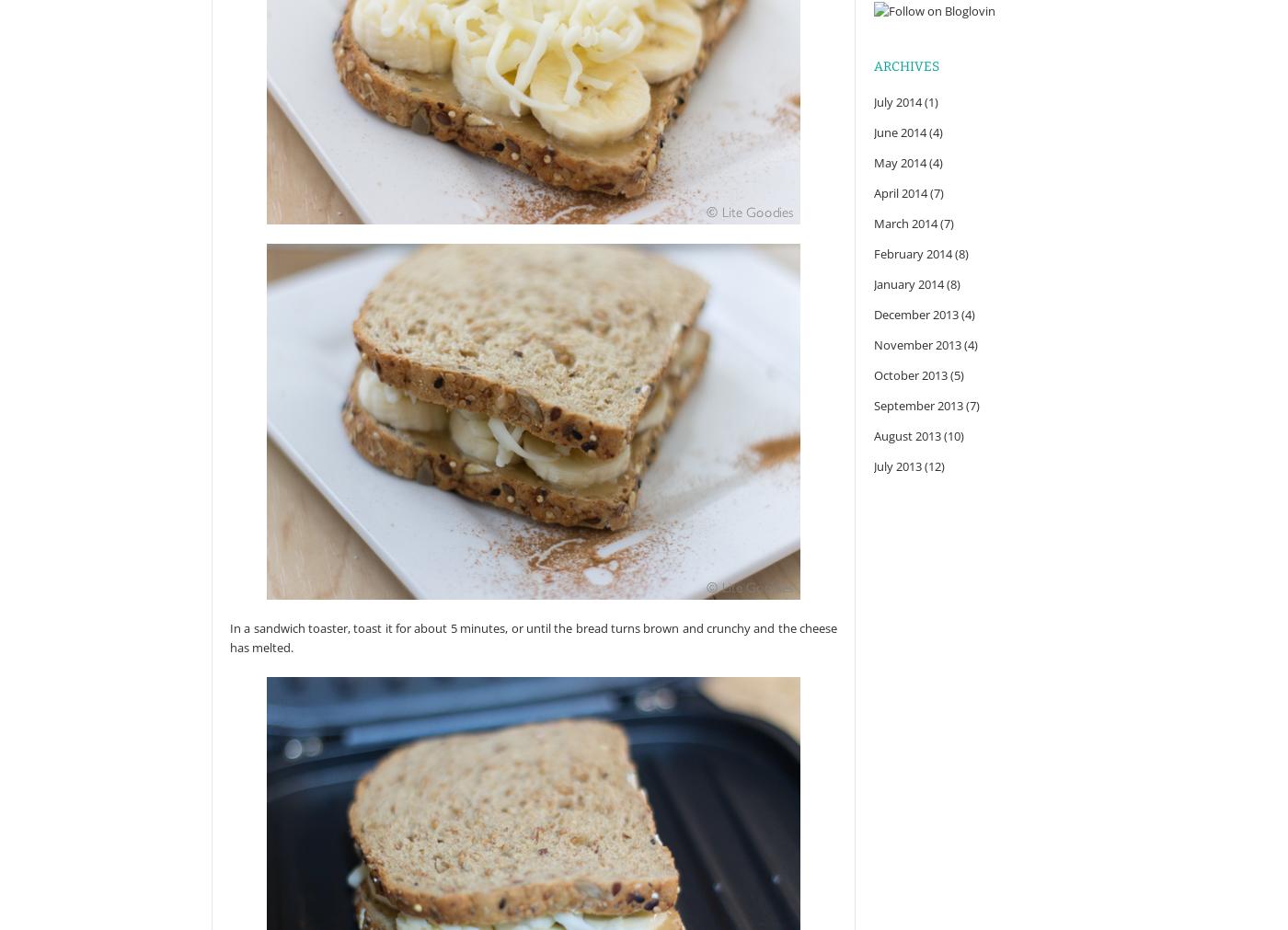 This screenshot has height=930, width=1288. I want to click on 'September 2013', so click(874, 404).